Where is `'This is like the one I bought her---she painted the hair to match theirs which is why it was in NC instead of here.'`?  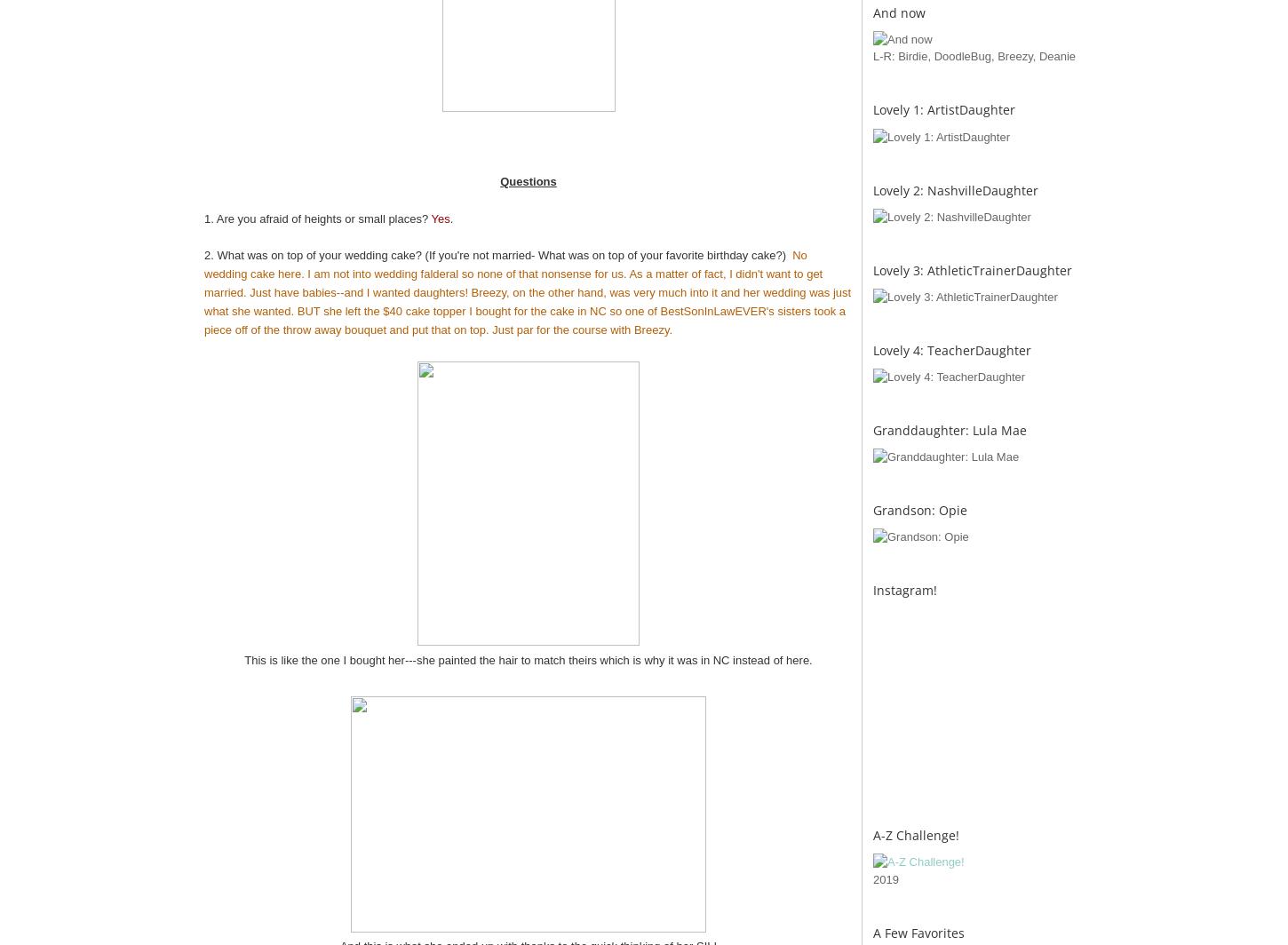
'This is like the one I bought her---she painted the hair to match theirs which is why it was in NC instead of here.' is located at coordinates (528, 659).